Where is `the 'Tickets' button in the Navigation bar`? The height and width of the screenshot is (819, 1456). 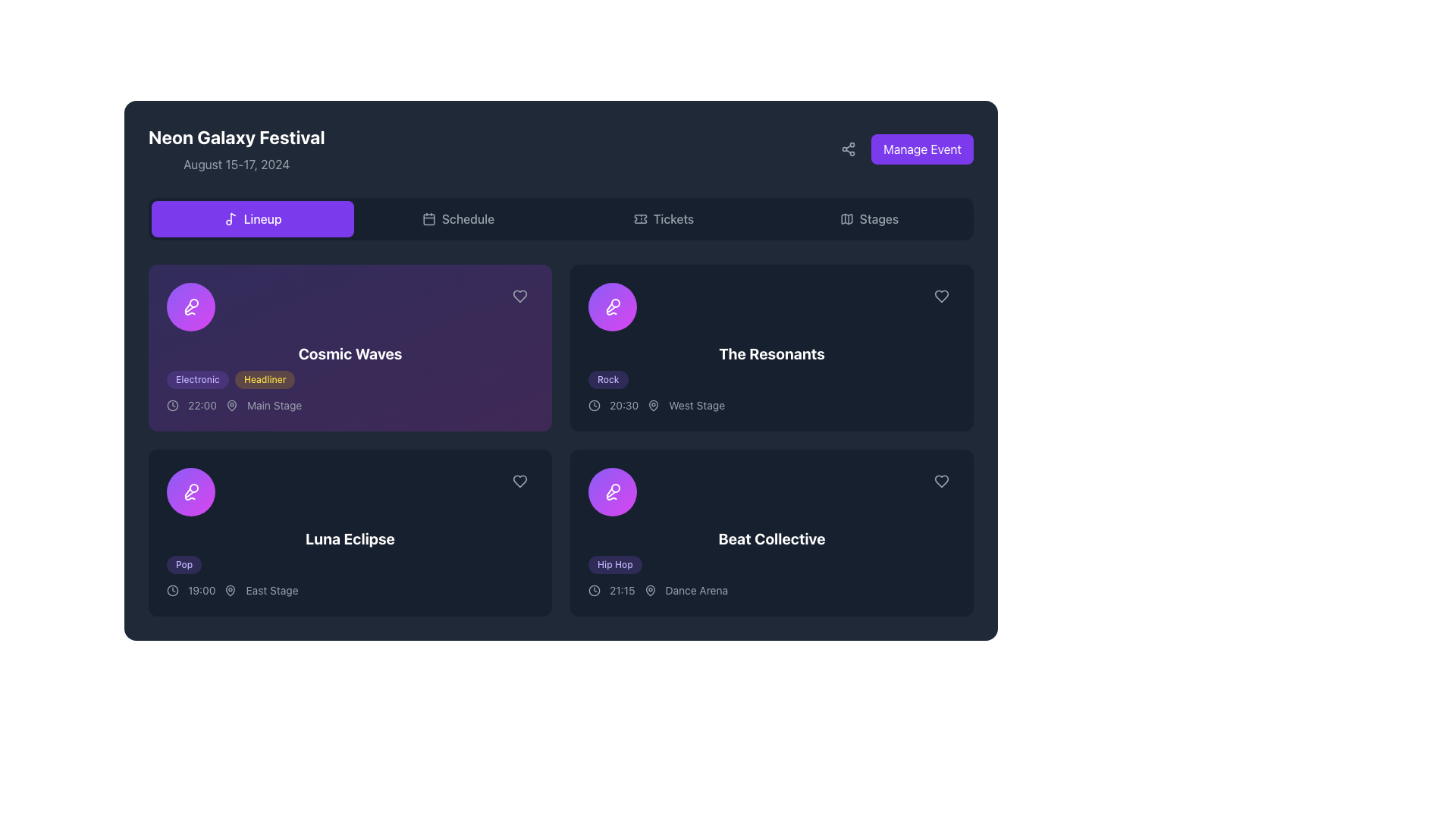
the 'Tickets' button in the Navigation bar is located at coordinates (560, 219).